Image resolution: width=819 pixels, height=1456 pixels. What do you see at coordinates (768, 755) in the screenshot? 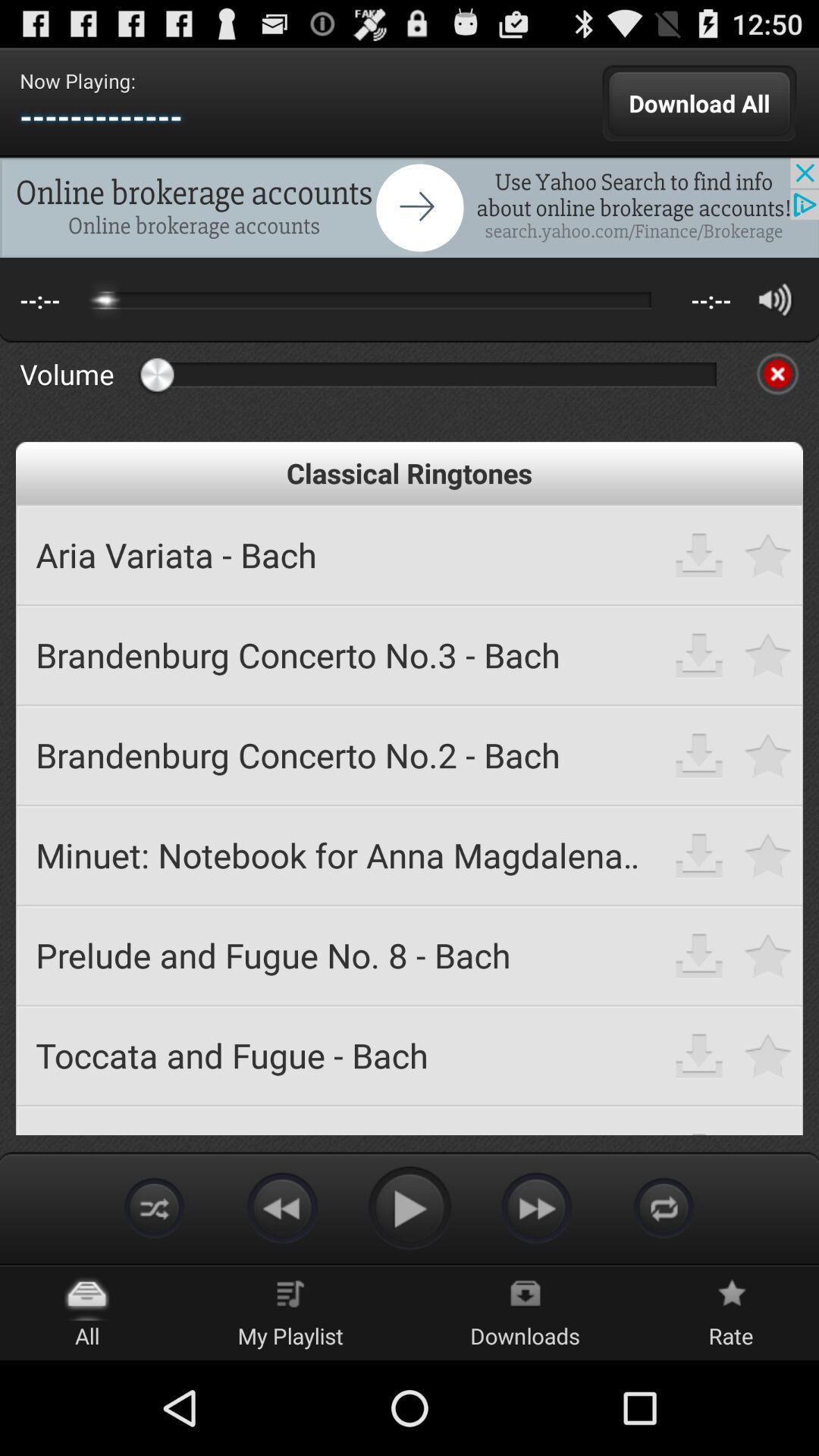
I see `the third star icon on the right side of the web page` at bounding box center [768, 755].